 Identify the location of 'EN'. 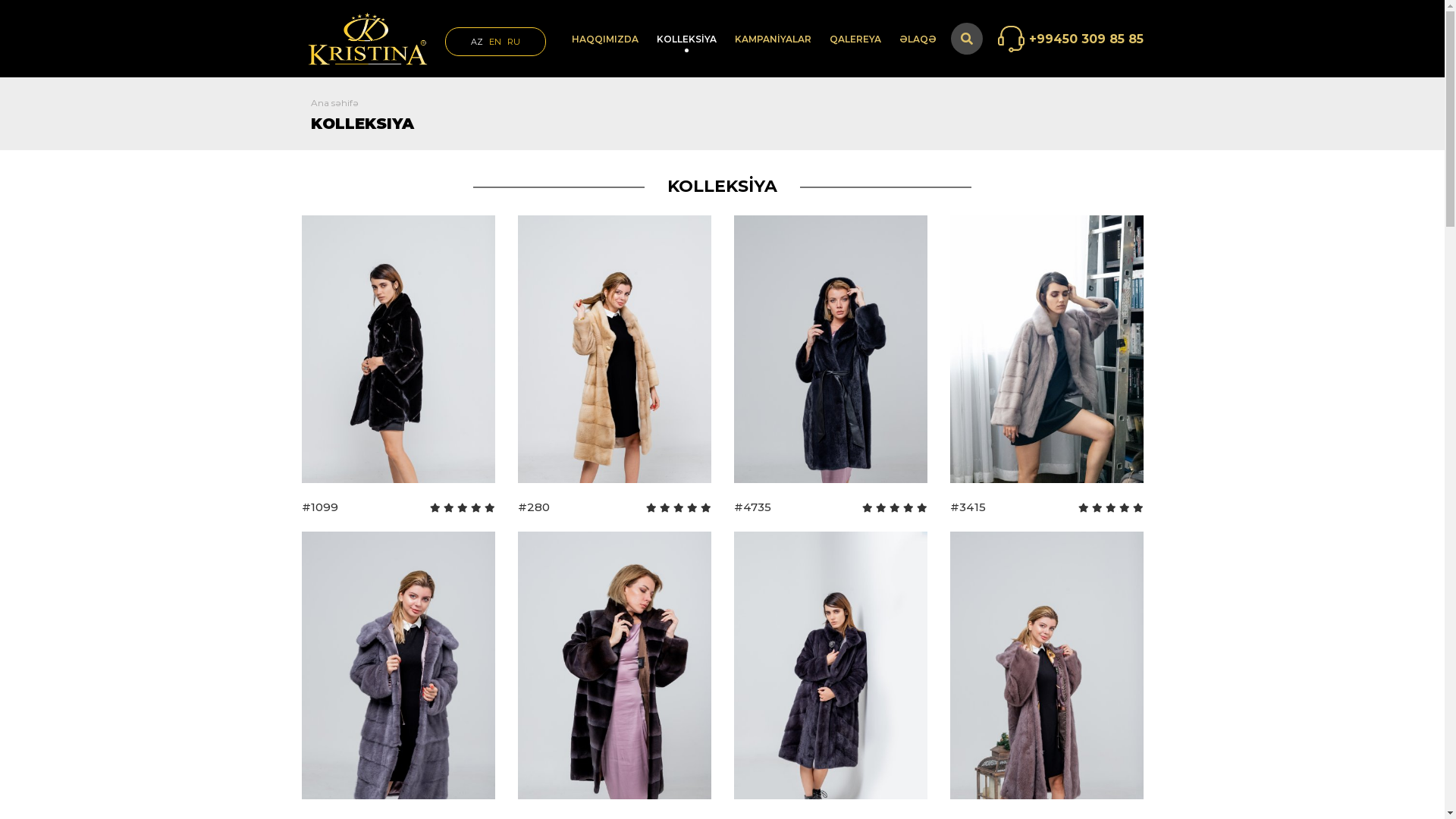
(494, 40).